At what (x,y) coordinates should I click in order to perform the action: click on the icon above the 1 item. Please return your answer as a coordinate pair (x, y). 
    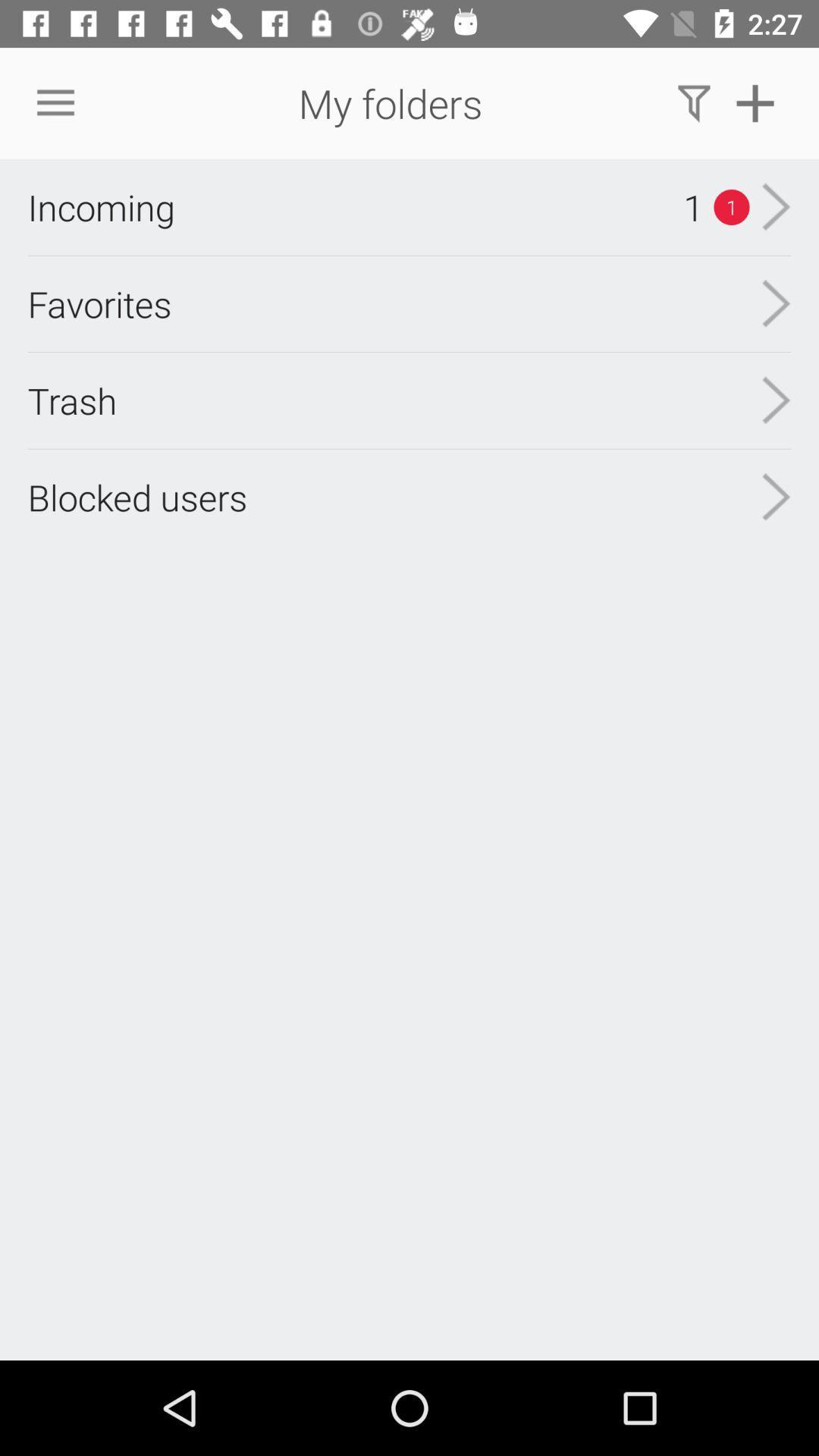
    Looking at the image, I should click on (694, 102).